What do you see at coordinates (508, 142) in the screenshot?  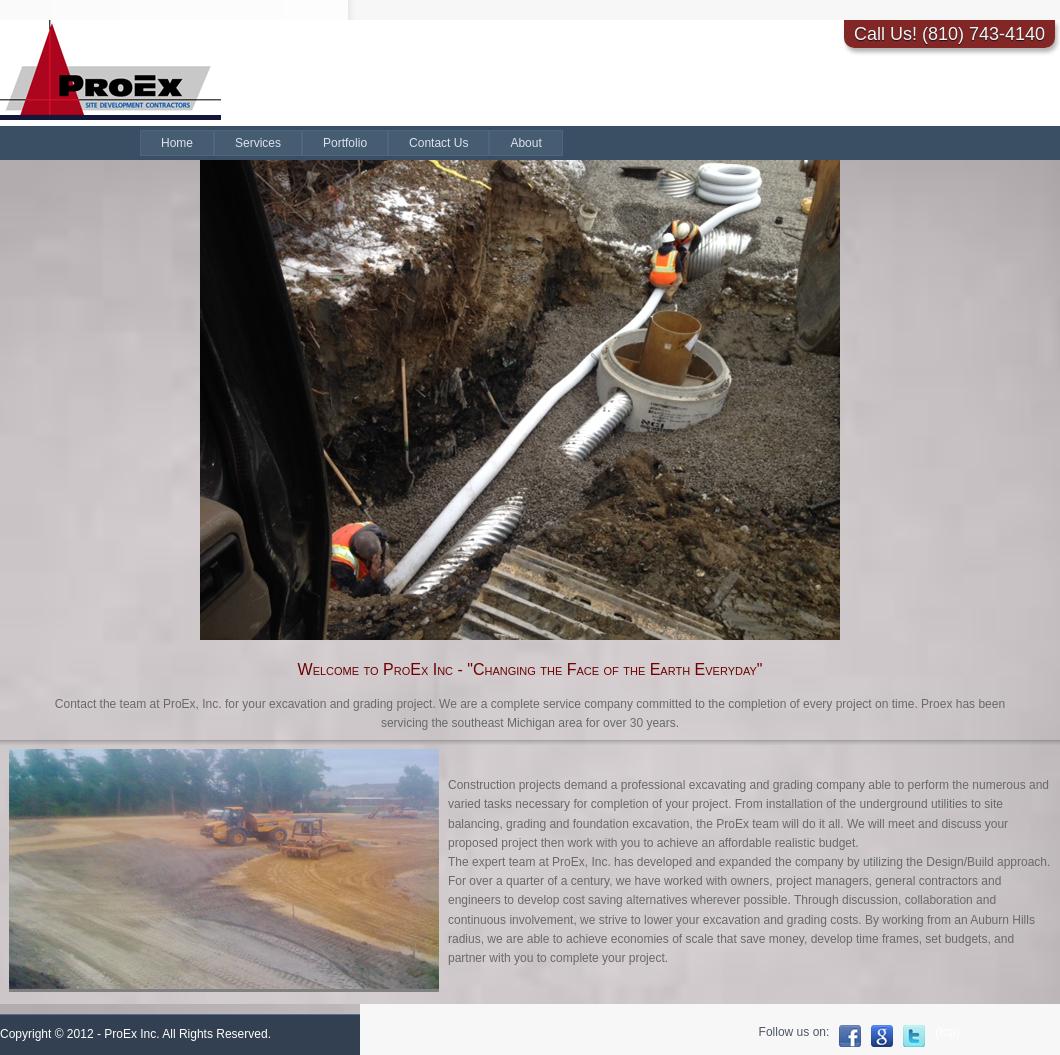 I see `'About'` at bounding box center [508, 142].